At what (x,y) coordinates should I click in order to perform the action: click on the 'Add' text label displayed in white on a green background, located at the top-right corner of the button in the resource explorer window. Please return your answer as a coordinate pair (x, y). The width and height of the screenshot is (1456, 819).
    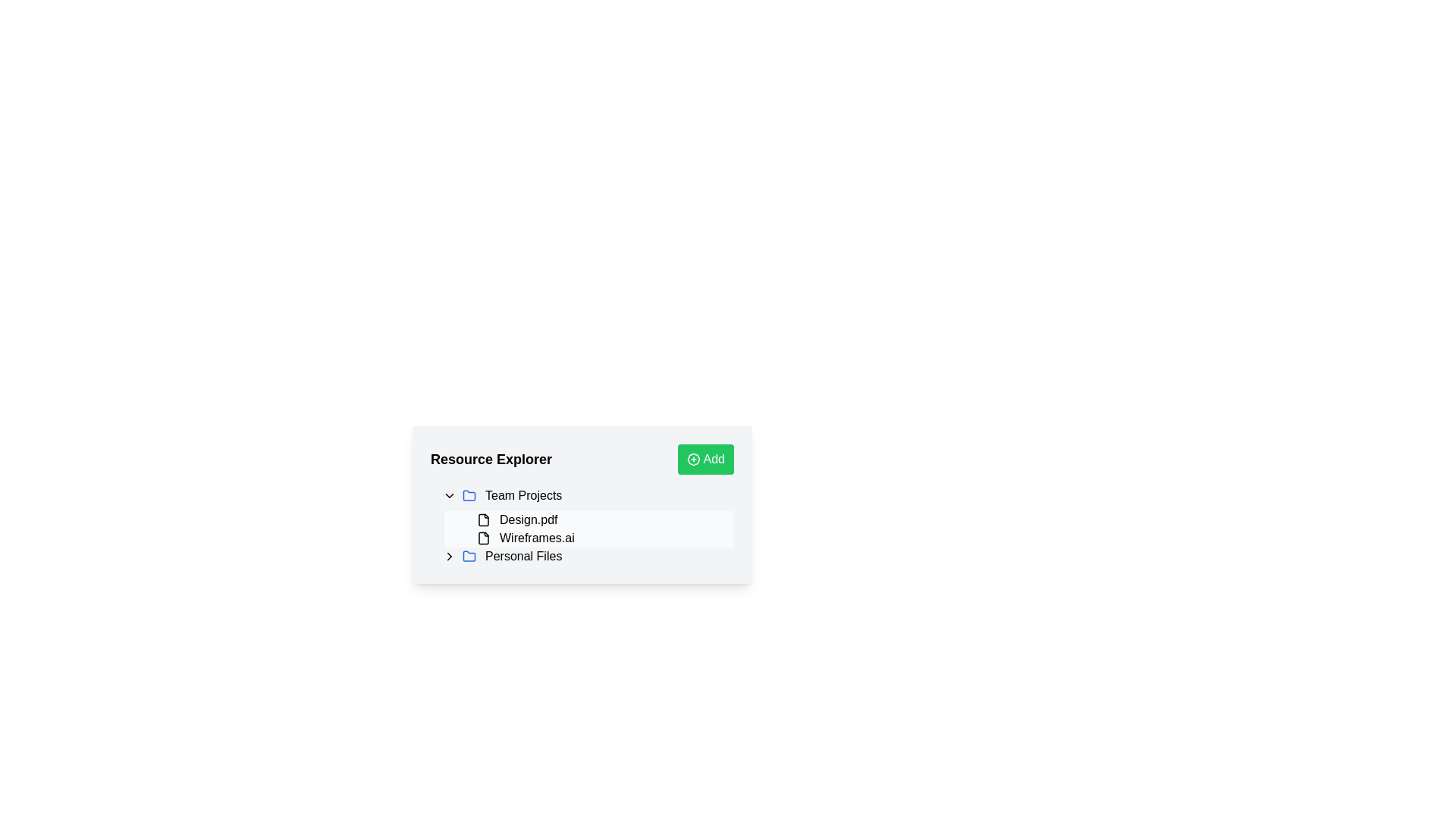
    Looking at the image, I should click on (713, 458).